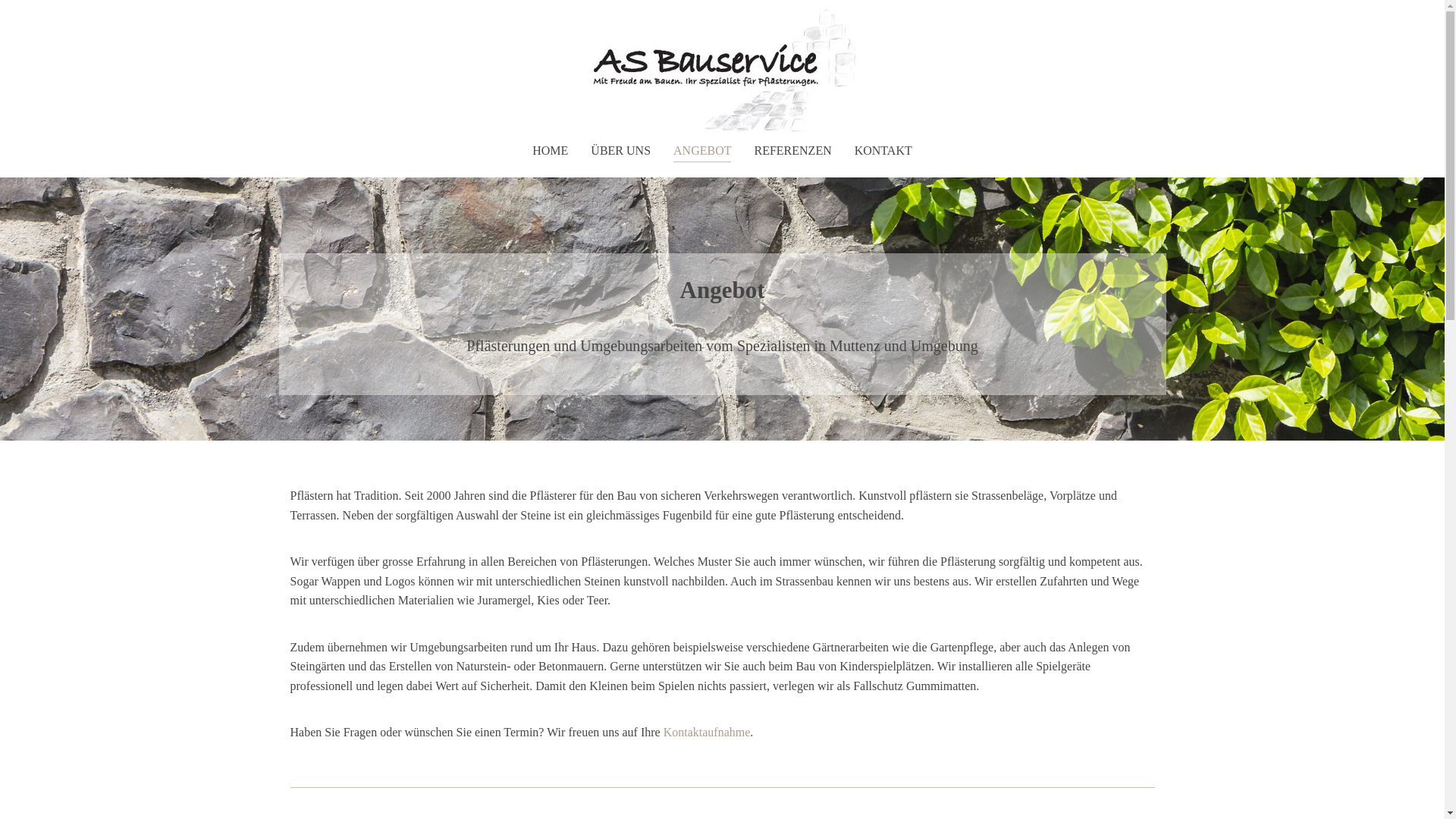 The height and width of the screenshot is (819, 1456). What do you see at coordinates (701, 151) in the screenshot?
I see `'ANGEBOT'` at bounding box center [701, 151].